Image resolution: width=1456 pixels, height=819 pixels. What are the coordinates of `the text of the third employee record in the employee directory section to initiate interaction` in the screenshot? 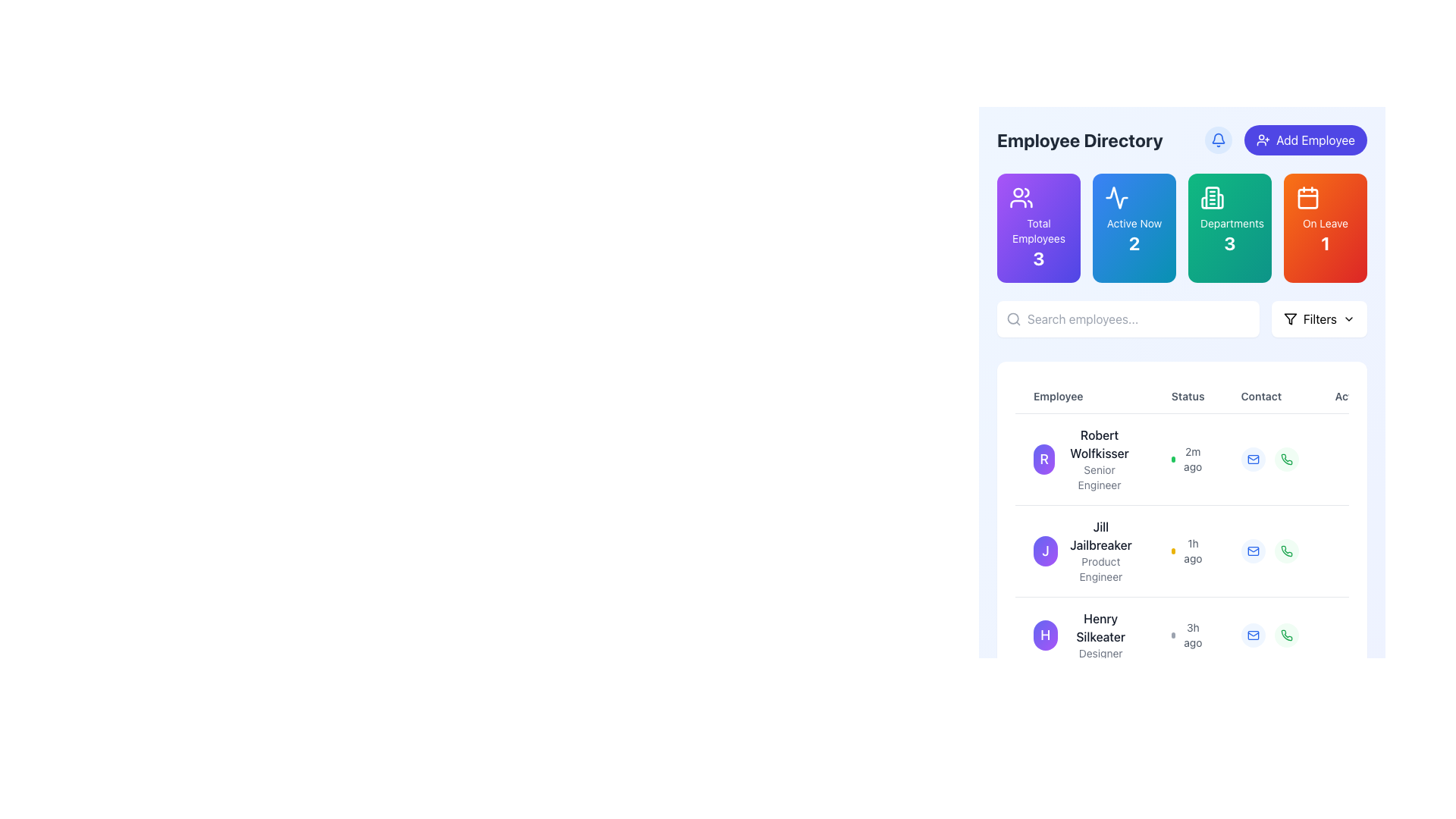 It's located at (1083, 635).